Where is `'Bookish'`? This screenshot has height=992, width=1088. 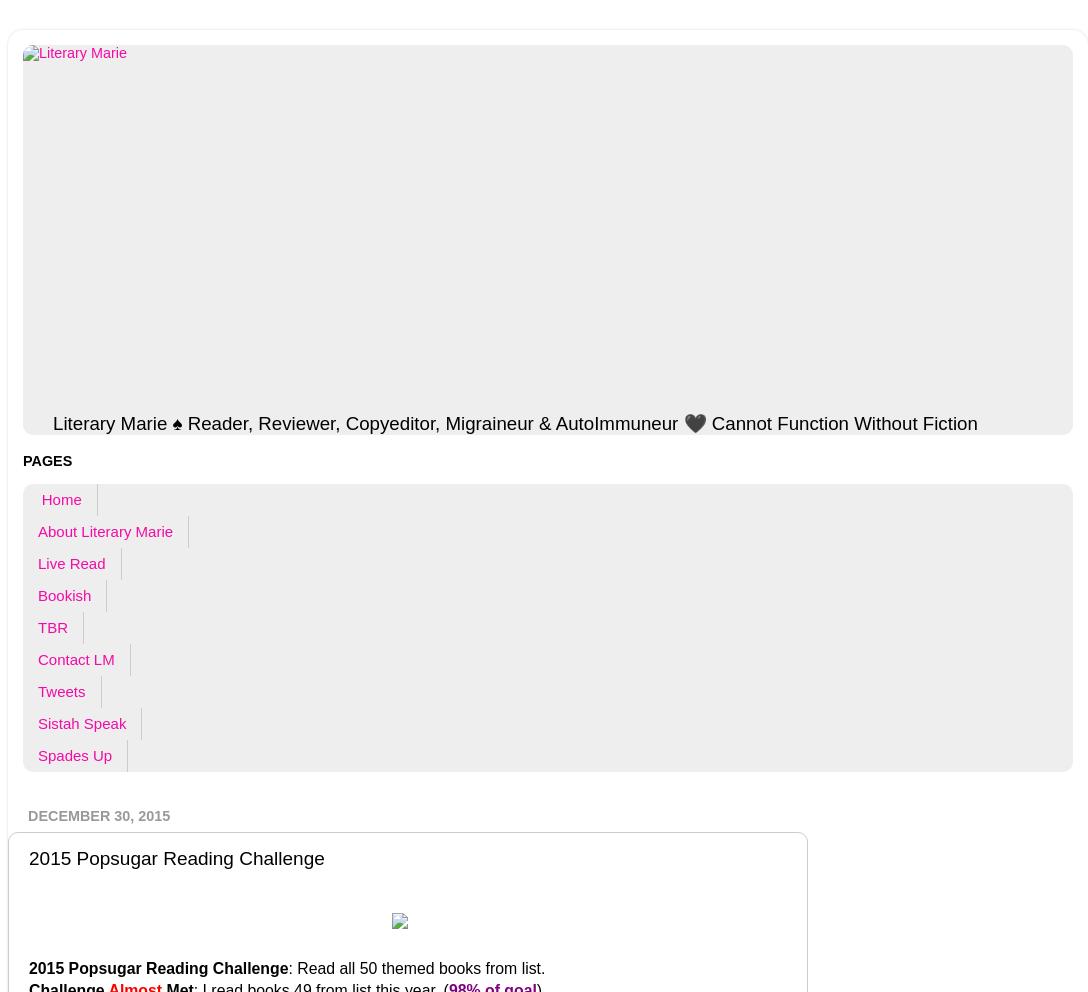
'Bookish' is located at coordinates (37, 594).